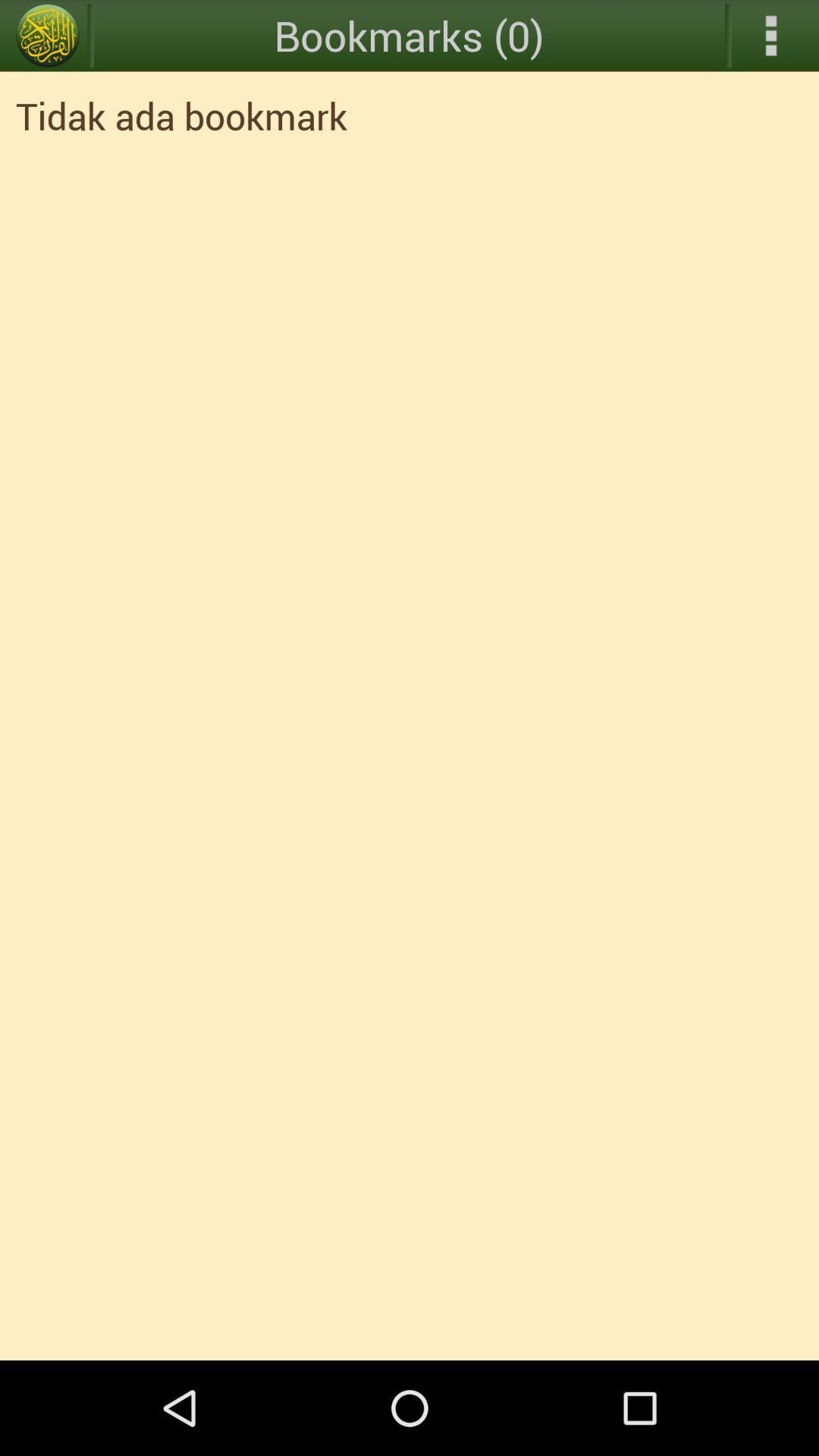 This screenshot has height=1456, width=819. Describe the element at coordinates (771, 38) in the screenshot. I see `the more icon` at that location.